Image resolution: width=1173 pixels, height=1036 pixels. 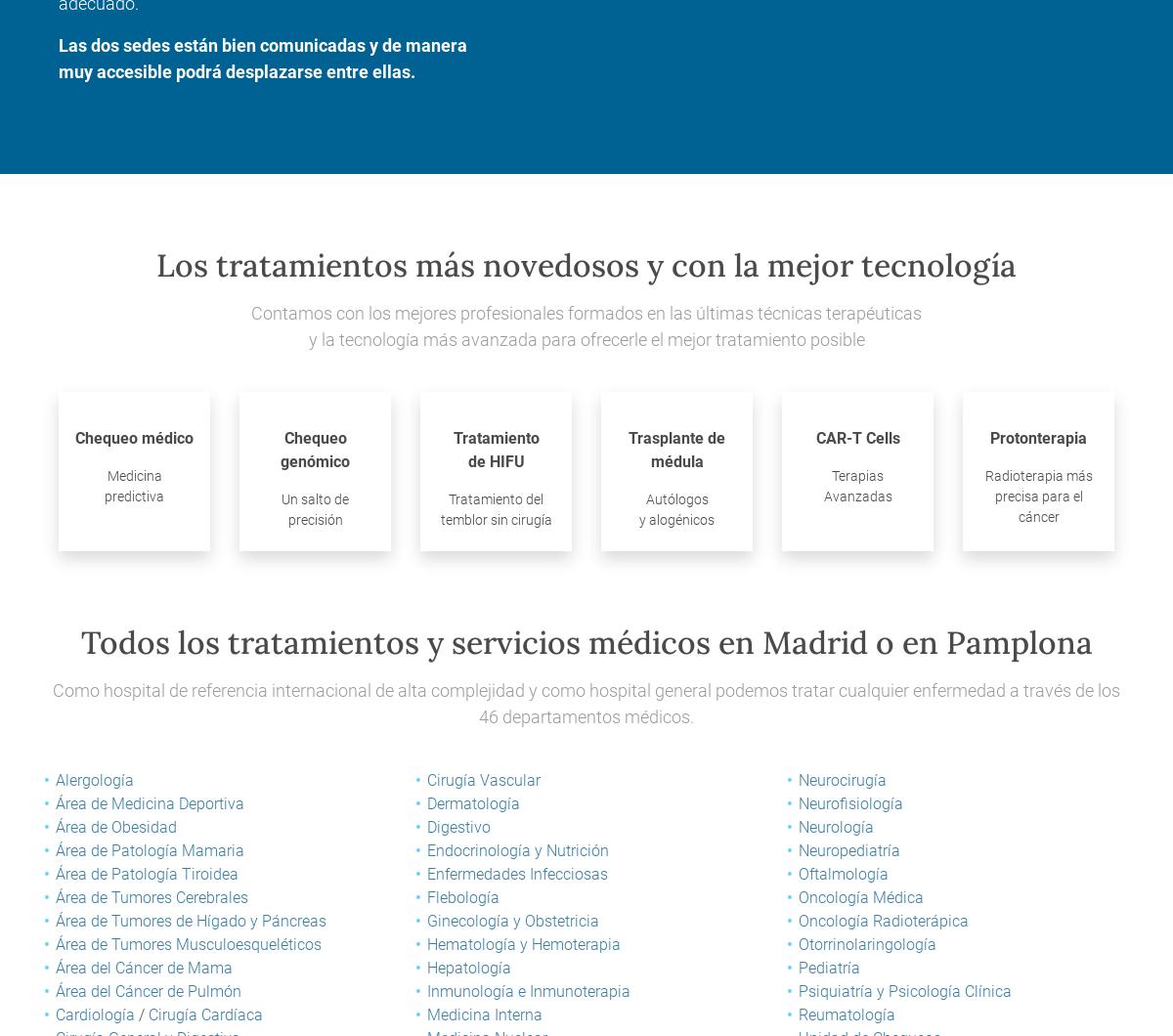 What do you see at coordinates (883, 920) in the screenshot?
I see `'Oncología Radioterápica'` at bounding box center [883, 920].